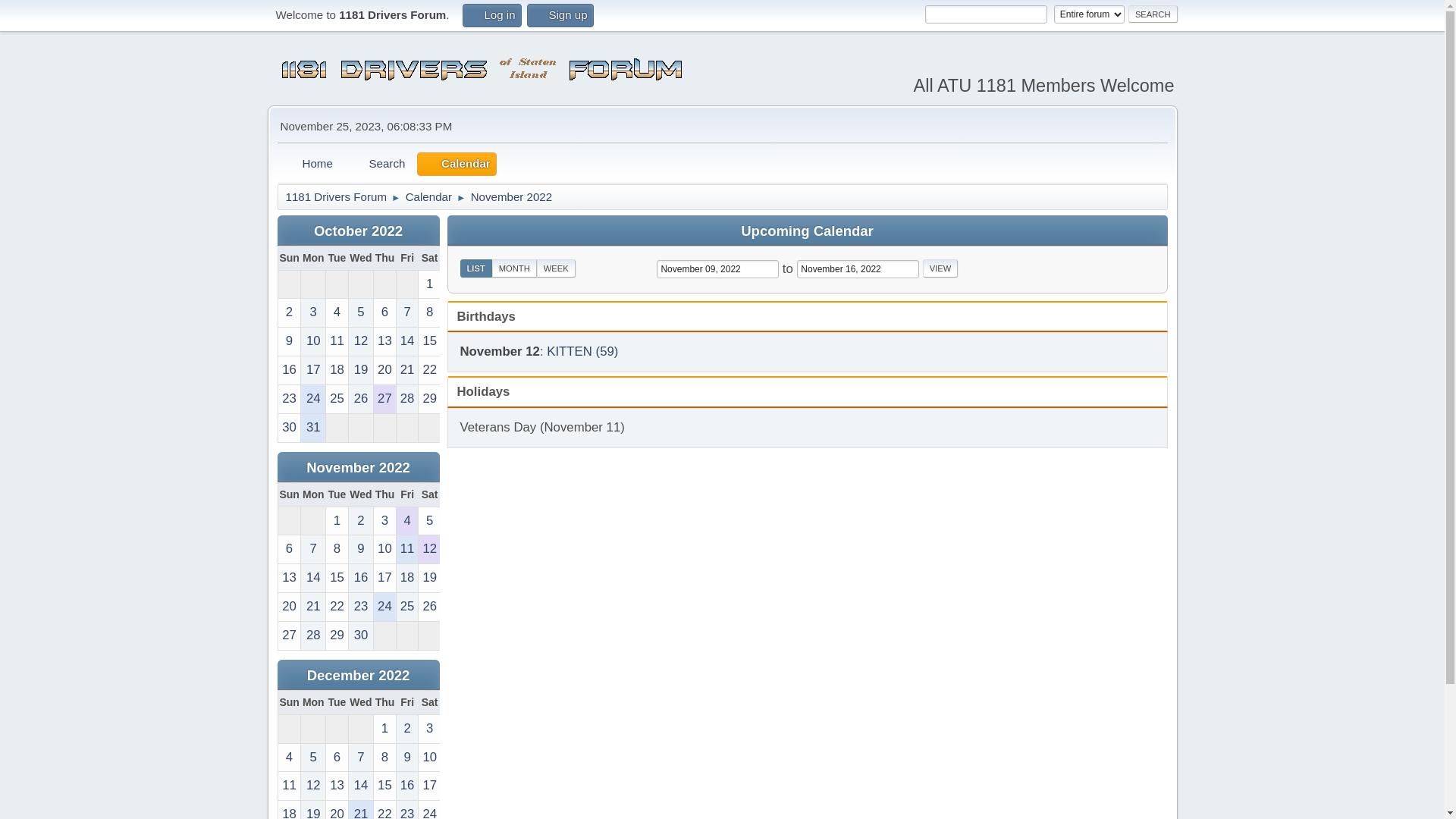  Describe the element at coordinates (806, 231) in the screenshot. I see `'Upcoming Calendar'` at that location.